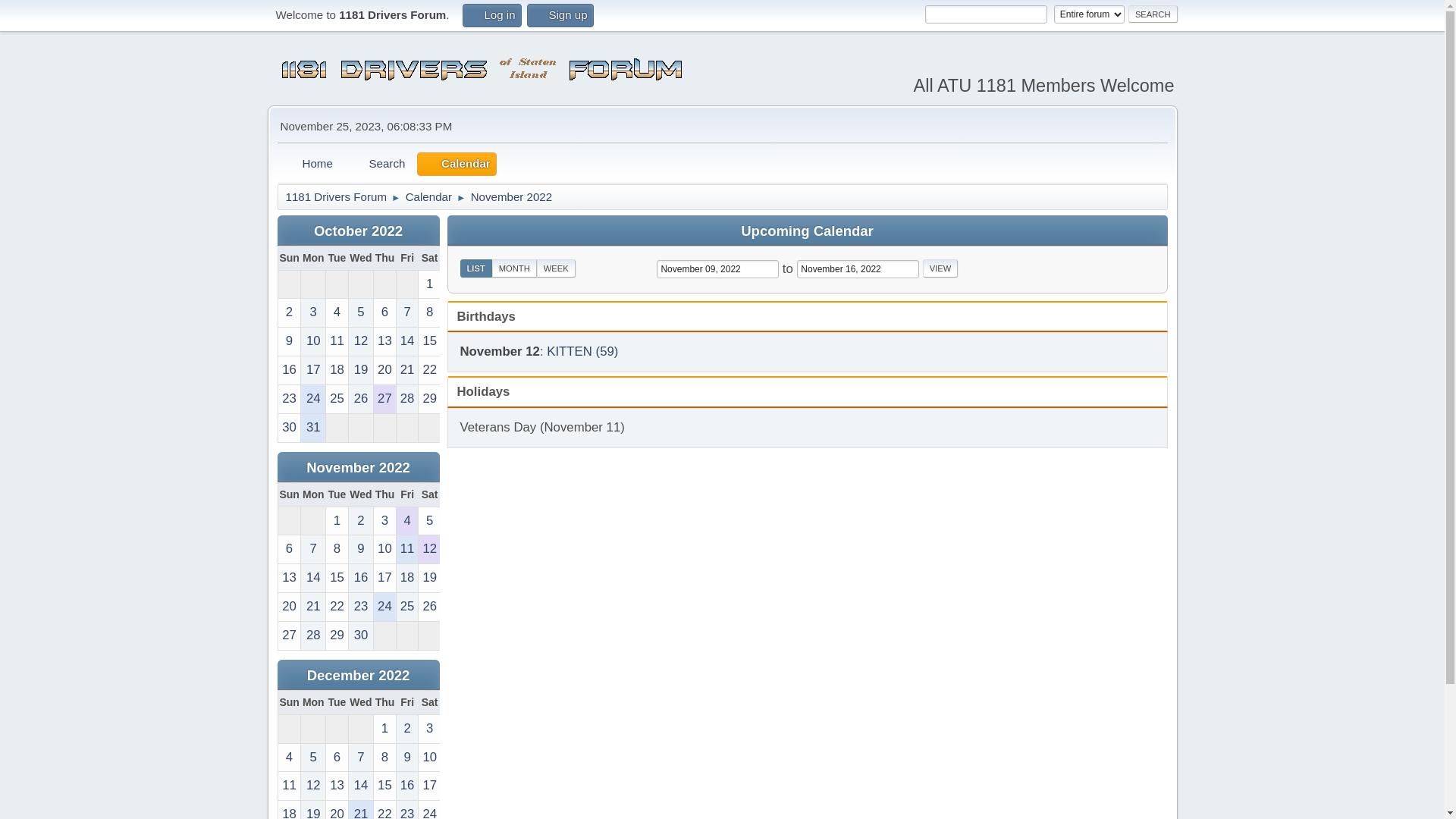  Describe the element at coordinates (806, 231) in the screenshot. I see `'Upcoming Calendar'` at that location.